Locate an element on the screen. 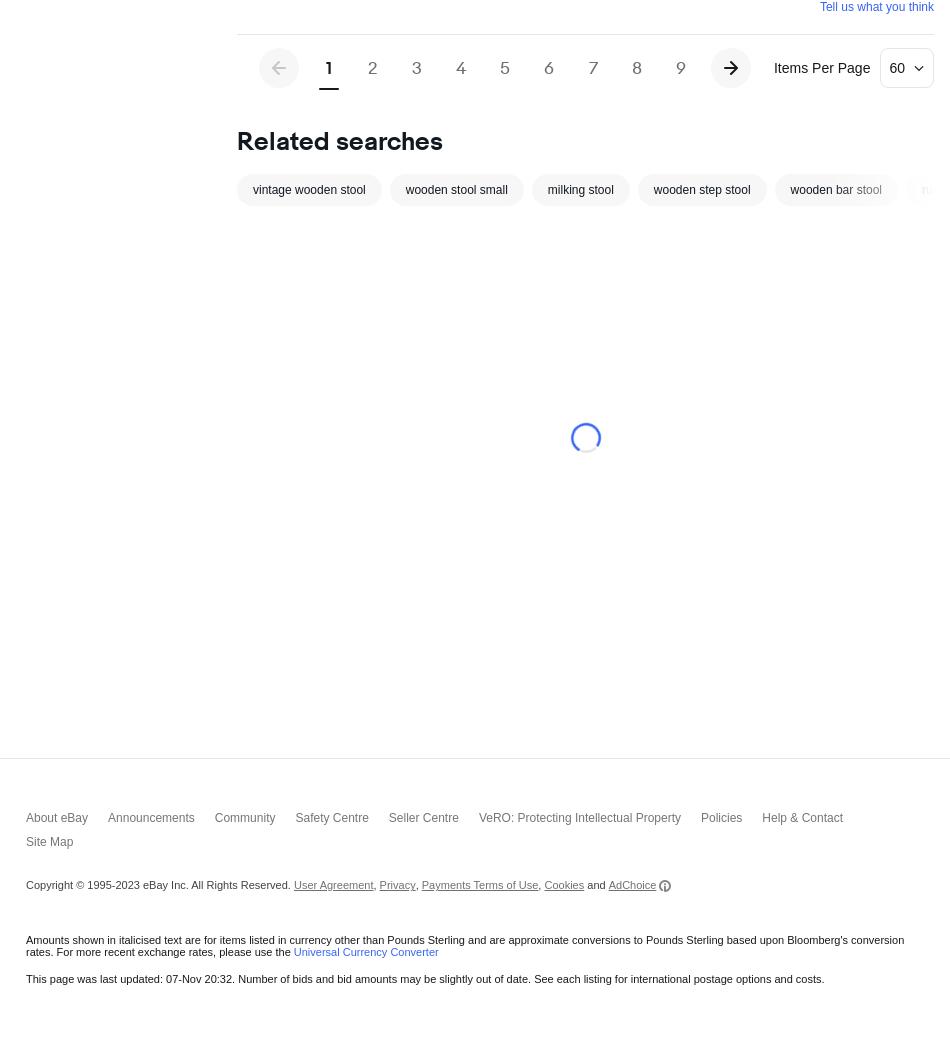  'vintage wooden stool' is located at coordinates (308, 189).